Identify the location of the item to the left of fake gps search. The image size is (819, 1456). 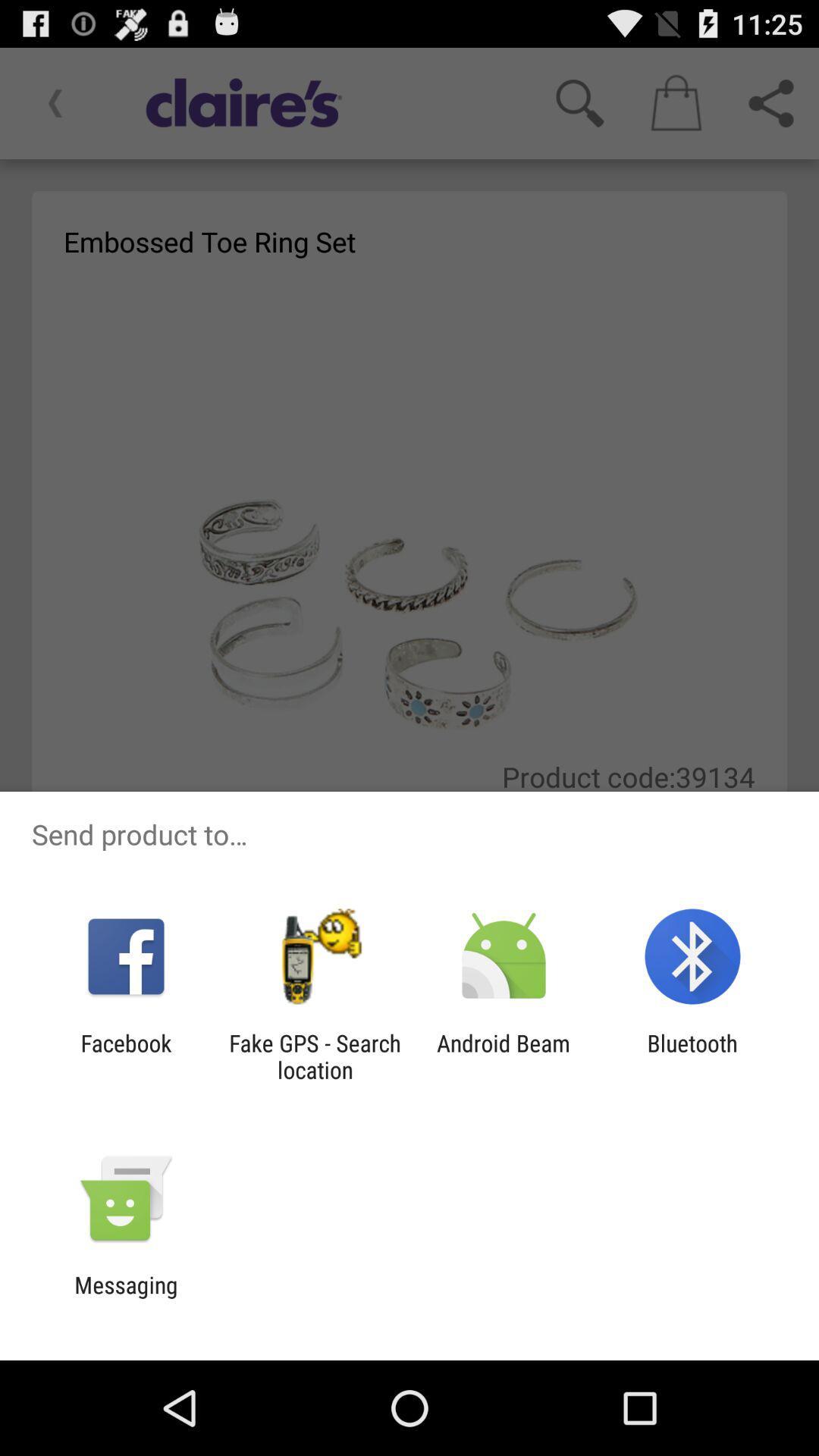
(125, 1056).